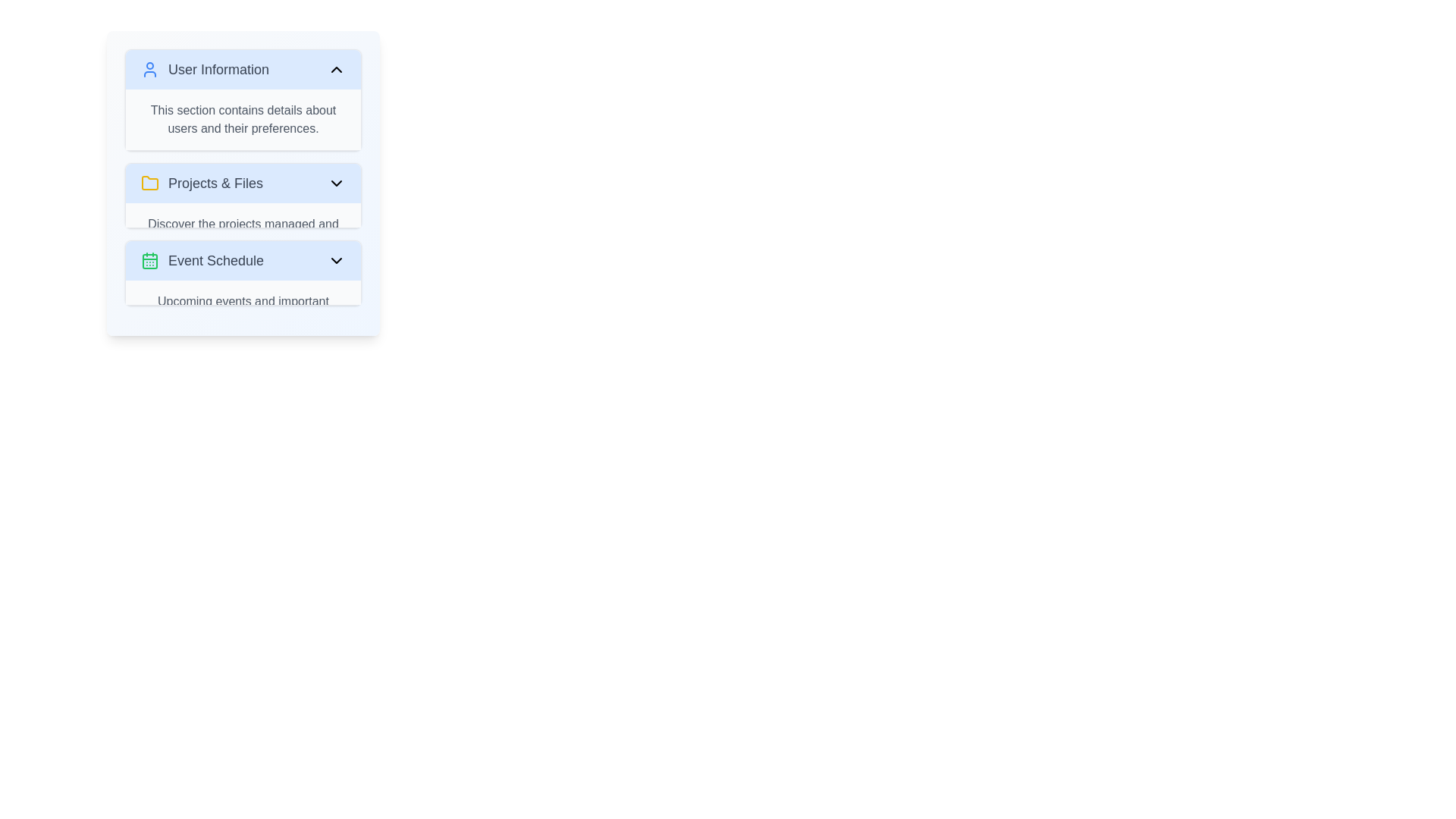  What do you see at coordinates (149, 260) in the screenshot?
I see `the 'Event Schedule' icon located in the third section of the vertical list, which visually indicates the content of the section` at bounding box center [149, 260].